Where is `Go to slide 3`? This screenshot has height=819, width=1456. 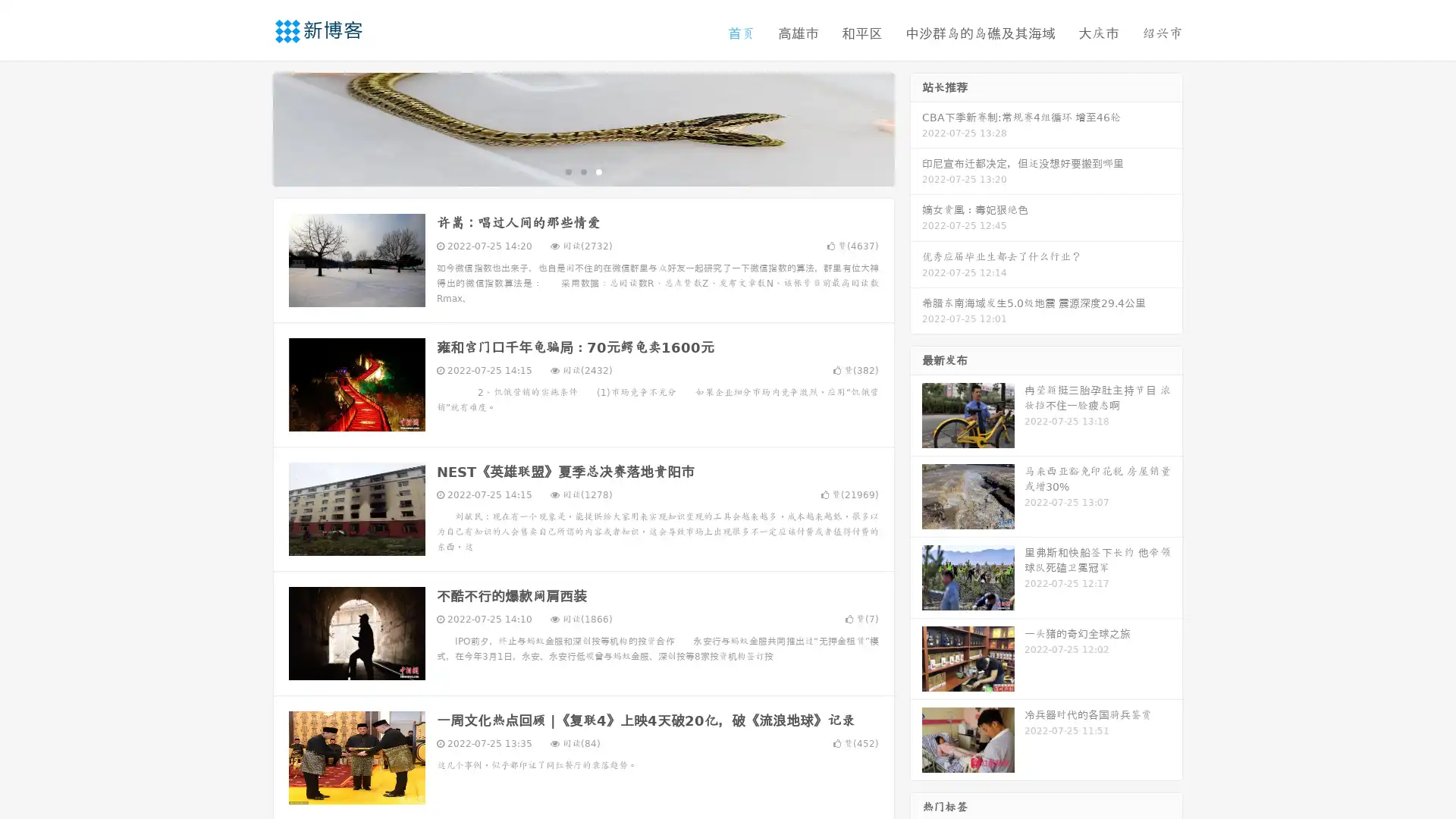 Go to slide 3 is located at coordinates (598, 171).